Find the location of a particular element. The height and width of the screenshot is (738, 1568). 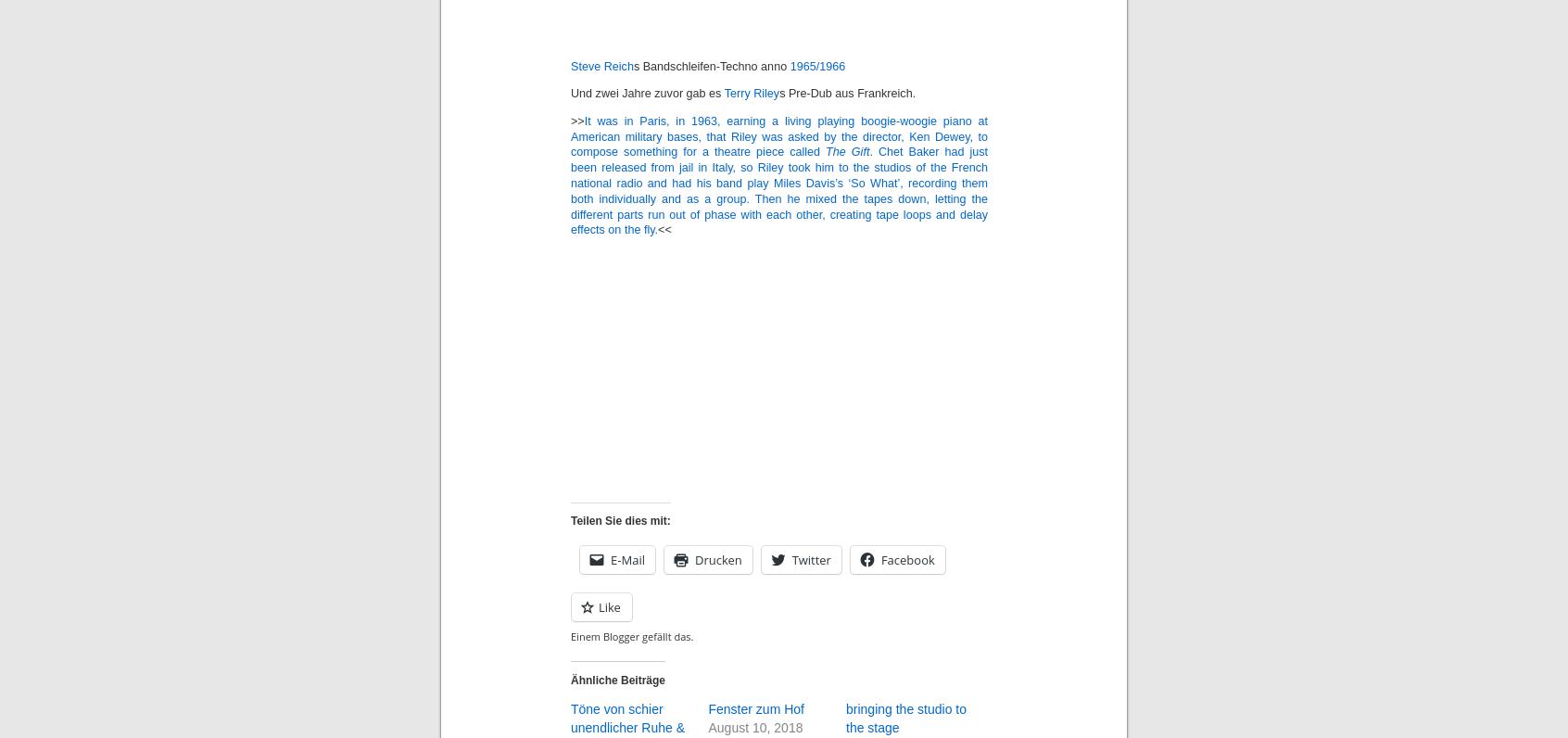

'<<' is located at coordinates (664, 230).